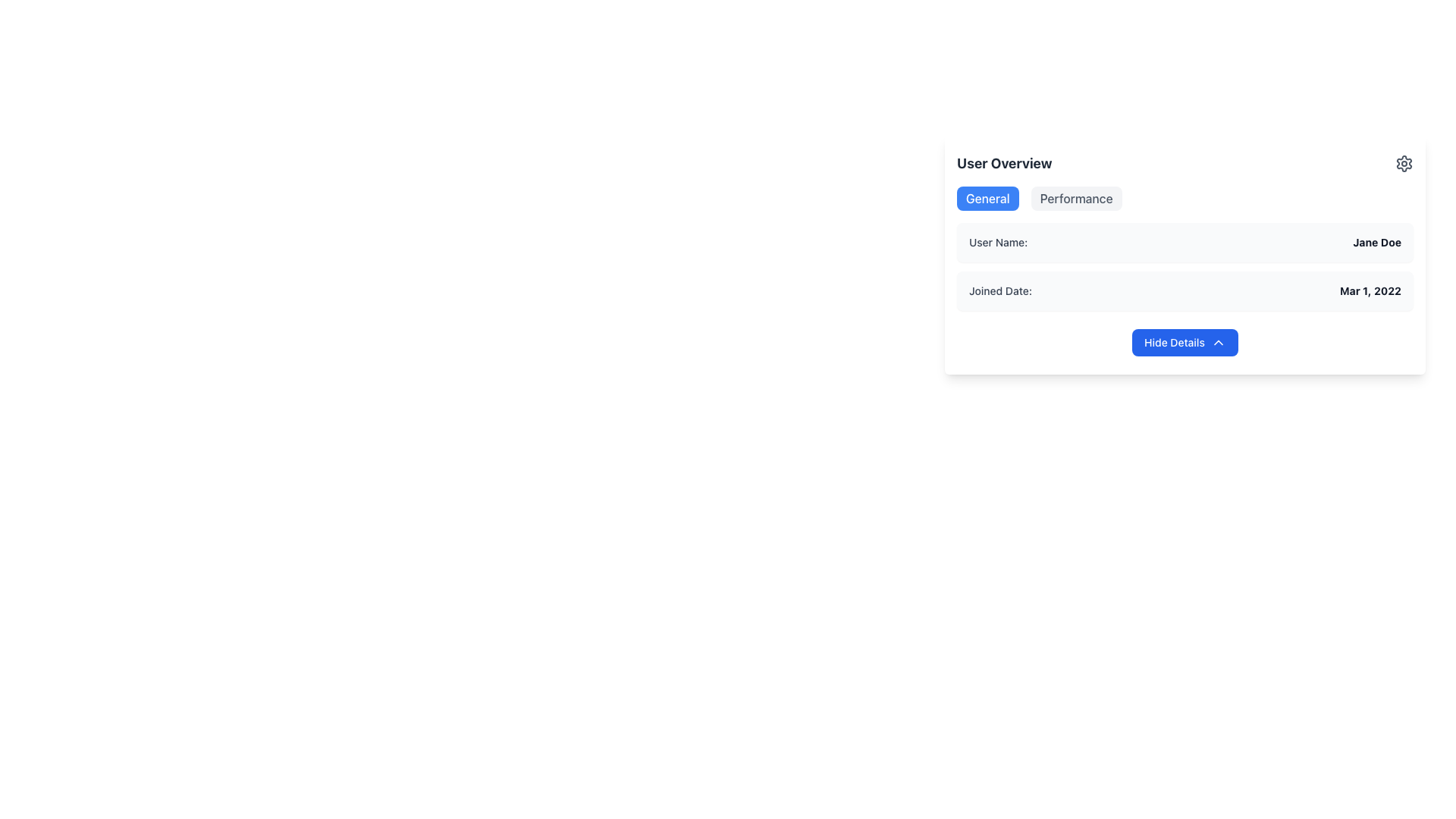 This screenshot has width=1456, height=819. What do you see at coordinates (1000, 291) in the screenshot?
I see `the 'Joined Date:' text label, which is a small gray font displayed on a light background in the lower right section of the user details card` at bounding box center [1000, 291].